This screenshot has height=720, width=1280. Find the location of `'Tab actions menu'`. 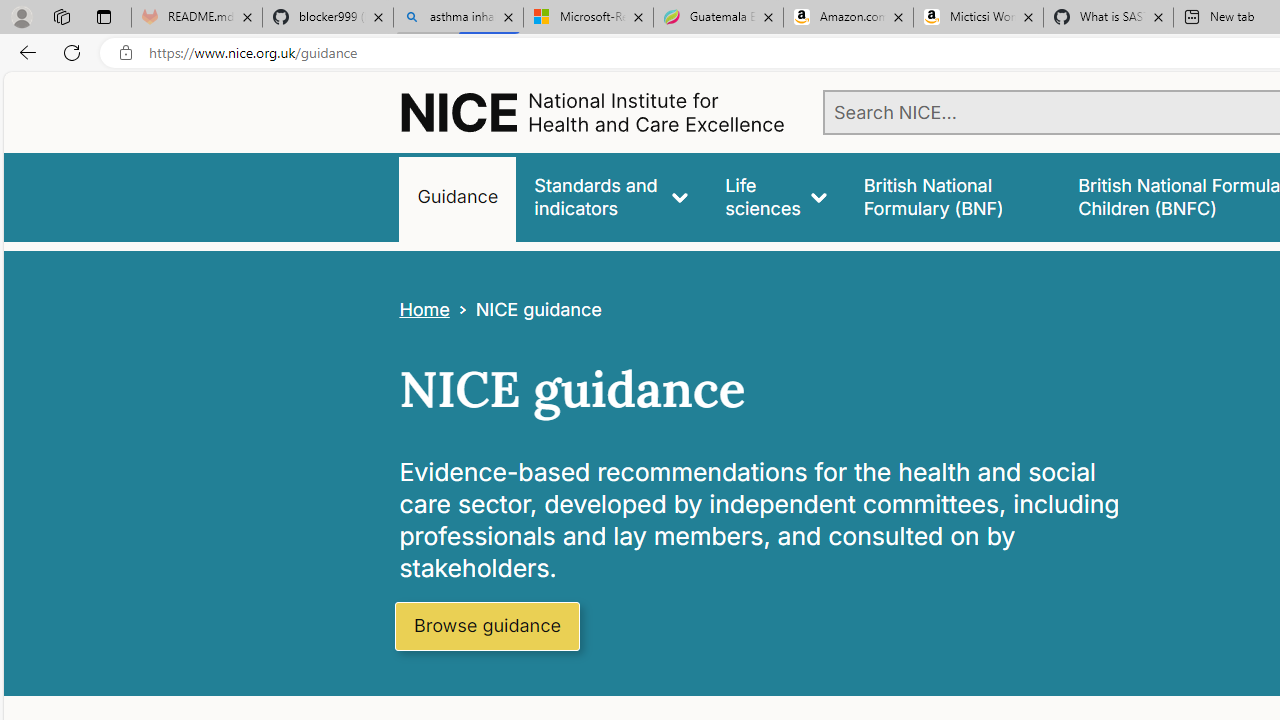

'Tab actions menu' is located at coordinates (103, 16).